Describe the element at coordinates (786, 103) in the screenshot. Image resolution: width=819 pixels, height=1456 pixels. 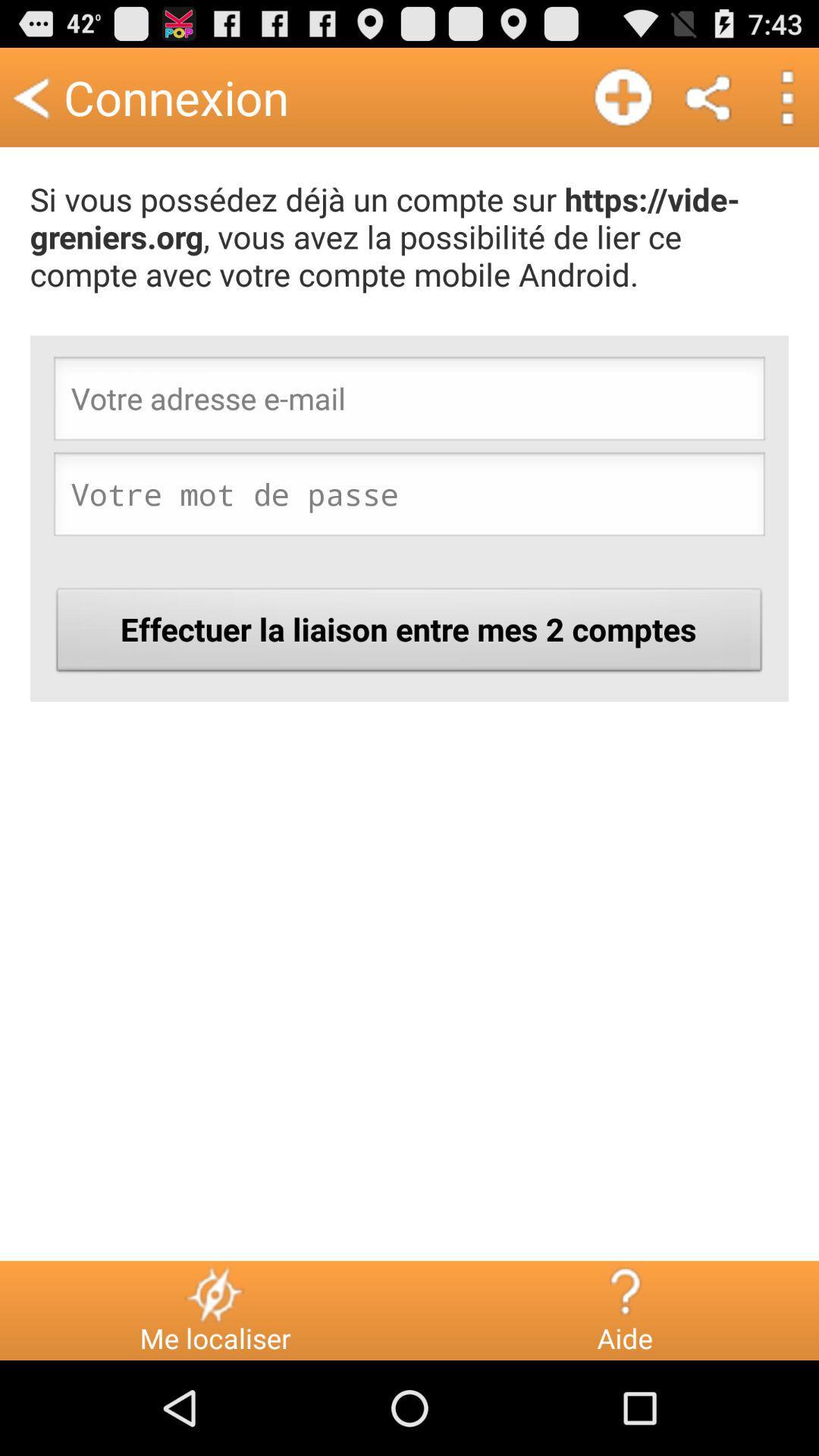
I see `the more icon` at that location.